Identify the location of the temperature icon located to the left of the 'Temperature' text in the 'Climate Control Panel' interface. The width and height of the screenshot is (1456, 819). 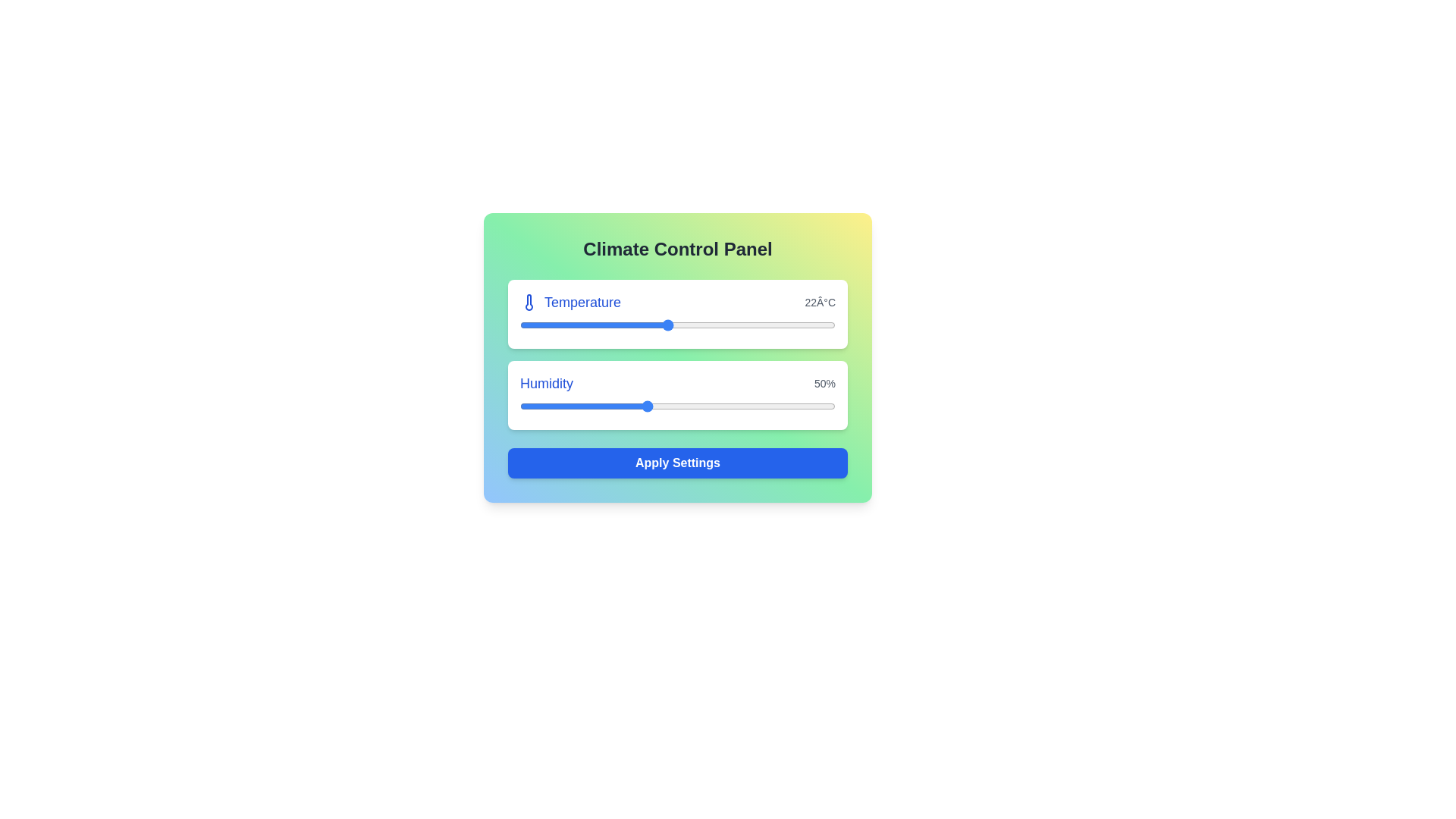
(529, 302).